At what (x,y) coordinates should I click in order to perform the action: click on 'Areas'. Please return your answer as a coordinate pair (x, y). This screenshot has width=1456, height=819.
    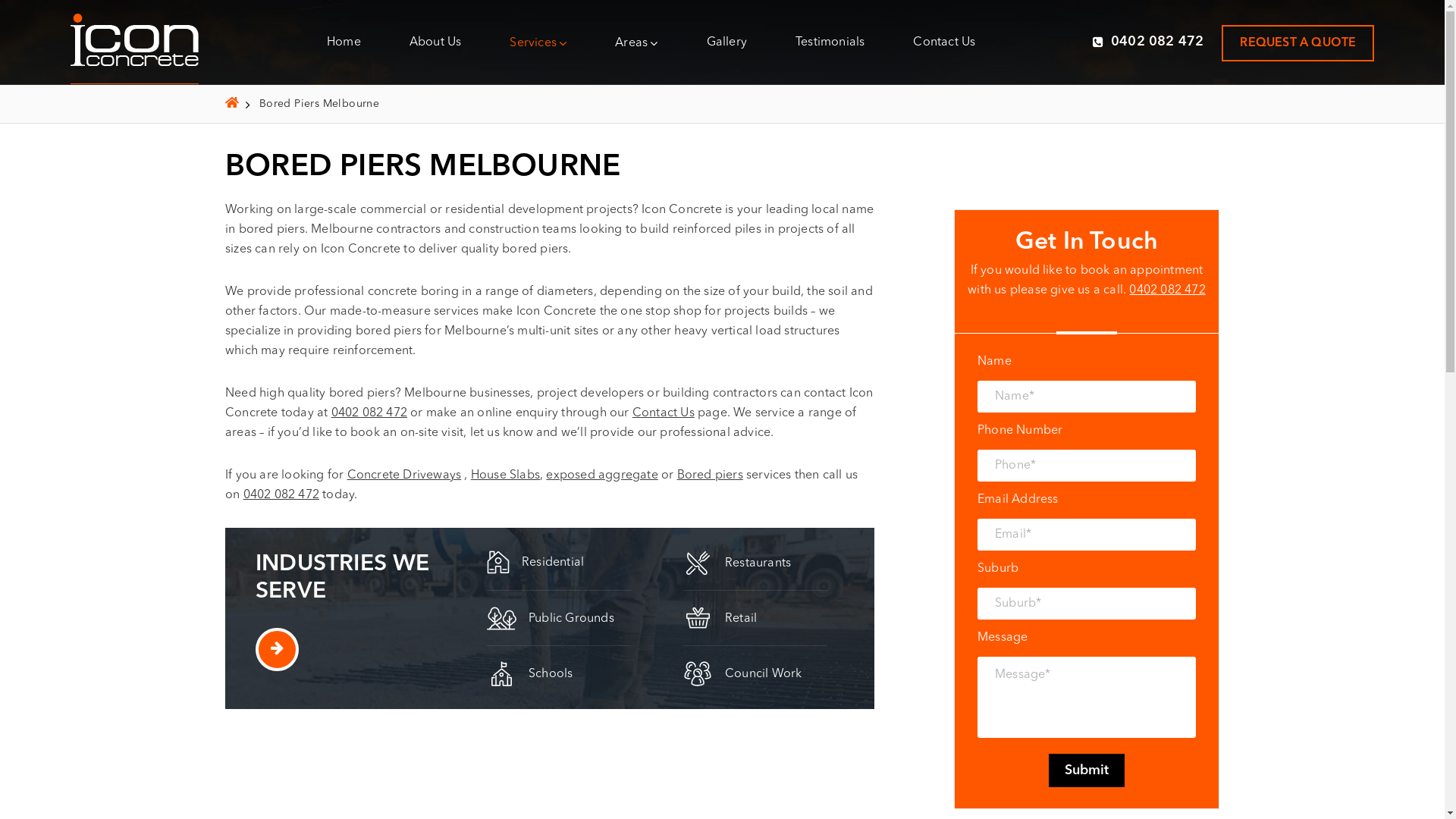
    Looking at the image, I should click on (615, 42).